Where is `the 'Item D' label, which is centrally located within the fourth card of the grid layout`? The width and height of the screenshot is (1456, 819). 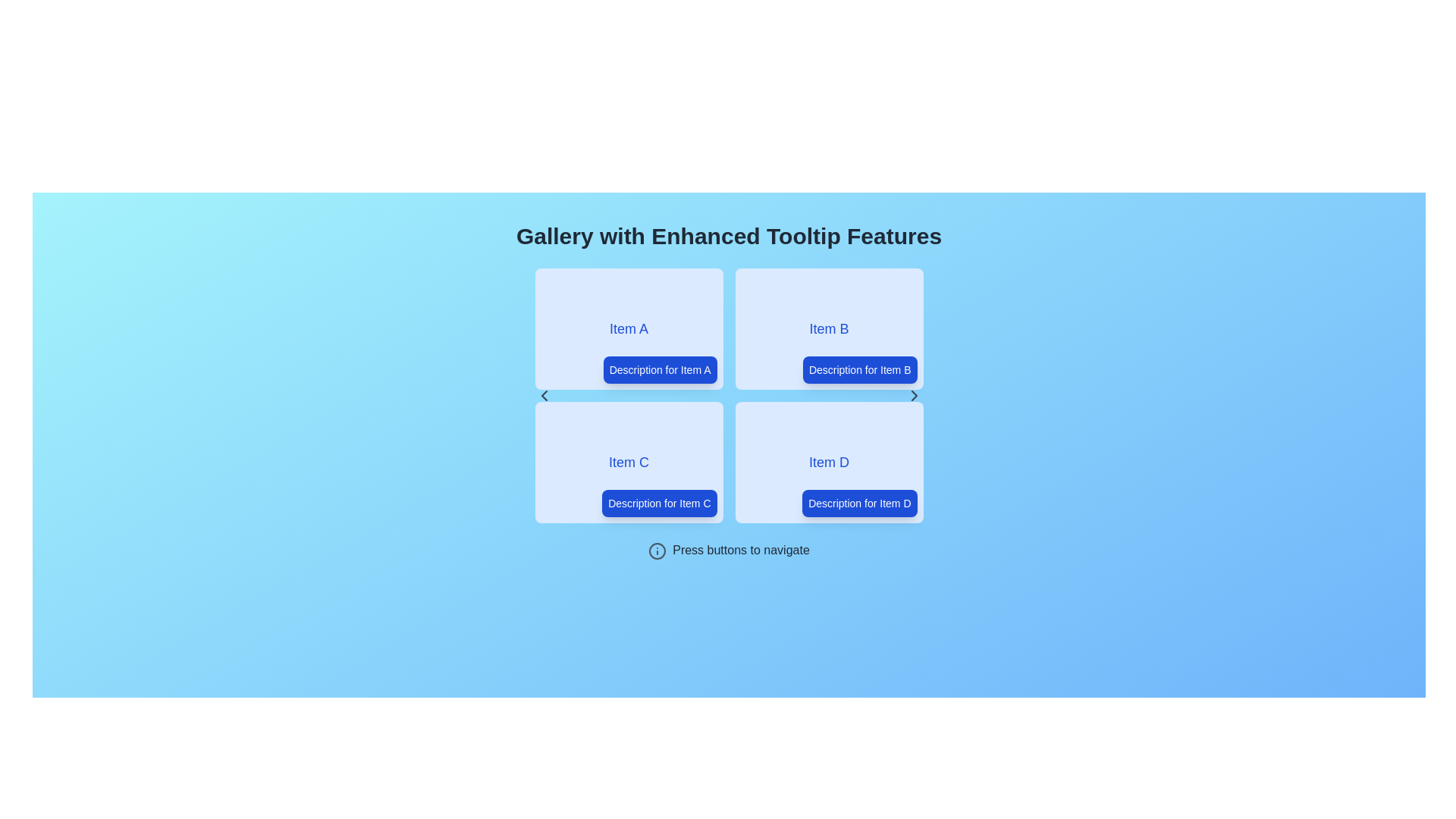
the 'Item D' label, which is centrally located within the fourth card of the grid layout is located at coordinates (828, 461).